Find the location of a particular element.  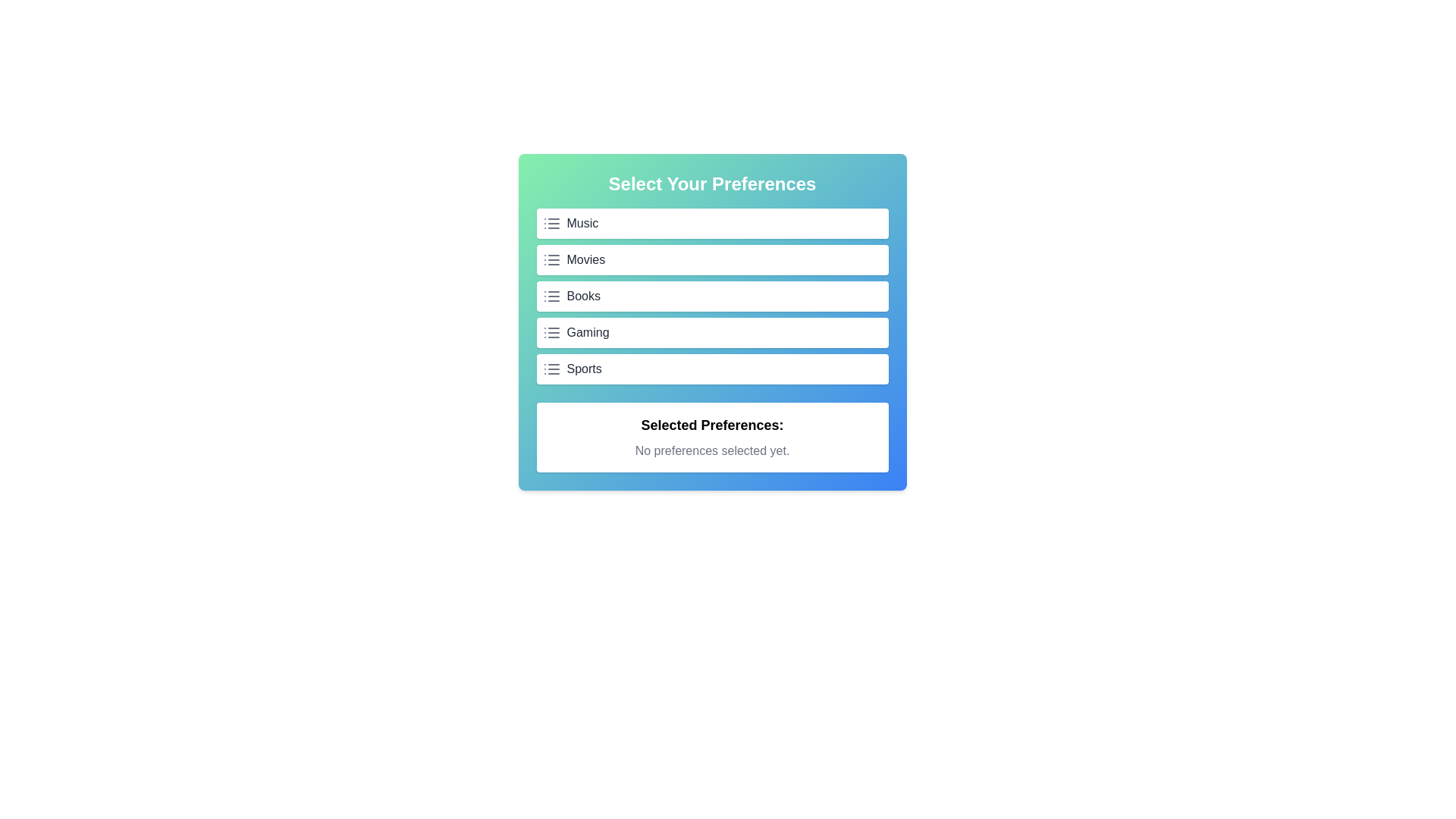

the list icon represented by three horizontal lines in gray color, located in the third row corresponding to the 'Books' category, to the left of the text 'Books' is located at coordinates (551, 296).